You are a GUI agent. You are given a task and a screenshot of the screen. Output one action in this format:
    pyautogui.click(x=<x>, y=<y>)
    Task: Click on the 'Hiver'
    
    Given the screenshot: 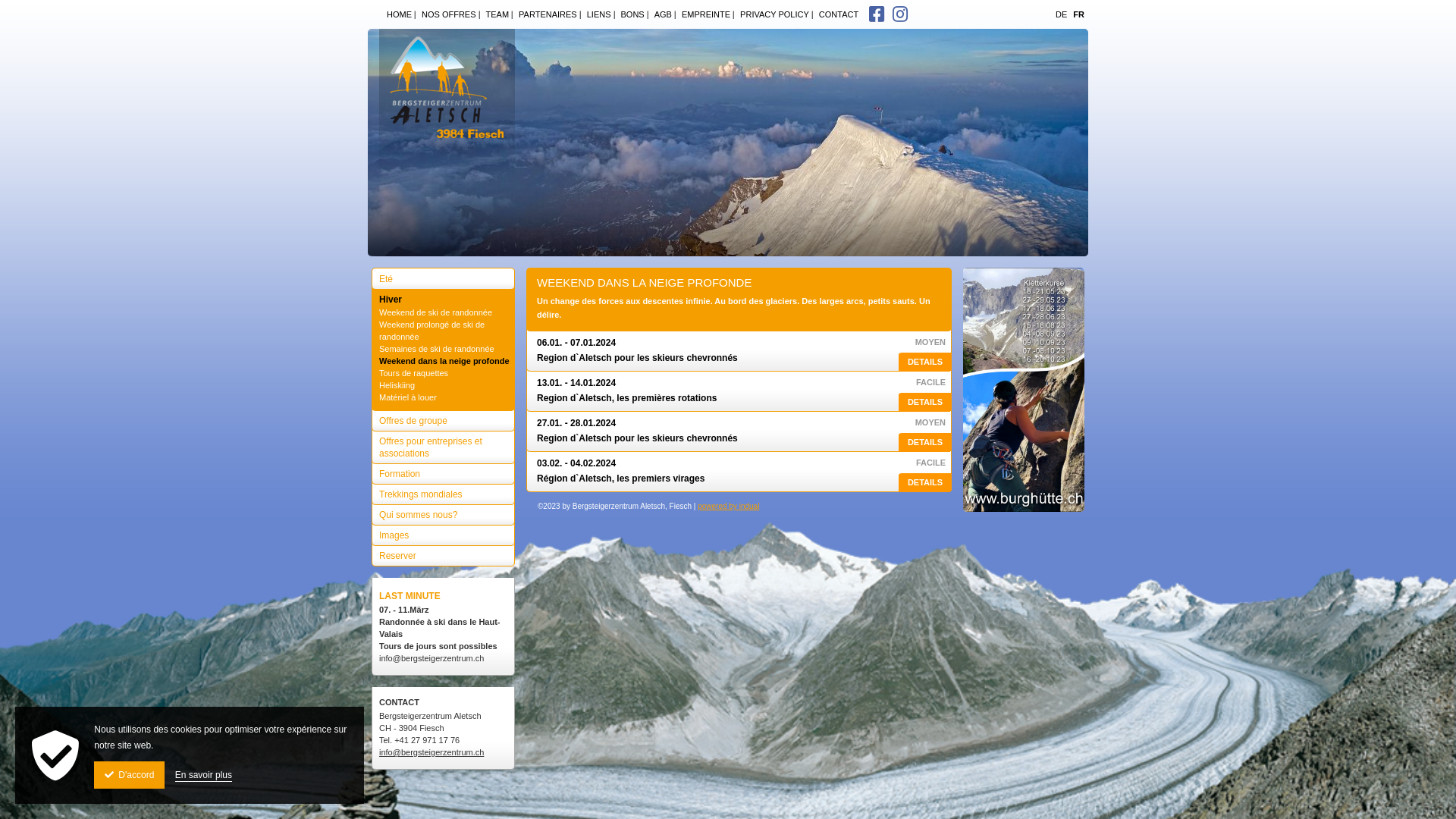 What is the action you would take?
    pyautogui.click(x=442, y=296)
    